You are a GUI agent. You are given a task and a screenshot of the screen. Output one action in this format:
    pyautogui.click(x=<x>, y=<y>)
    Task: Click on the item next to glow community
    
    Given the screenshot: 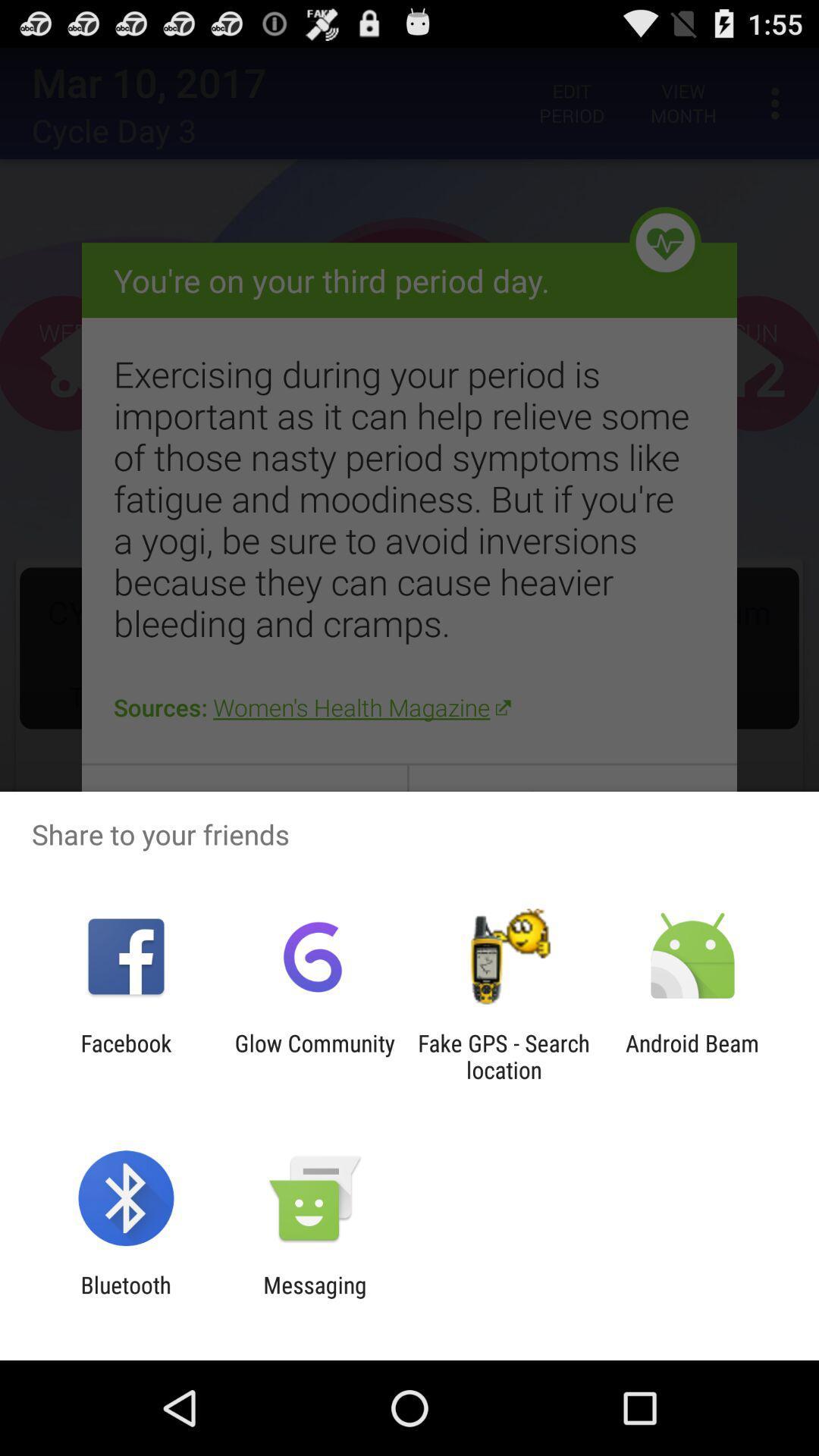 What is the action you would take?
    pyautogui.click(x=504, y=1056)
    